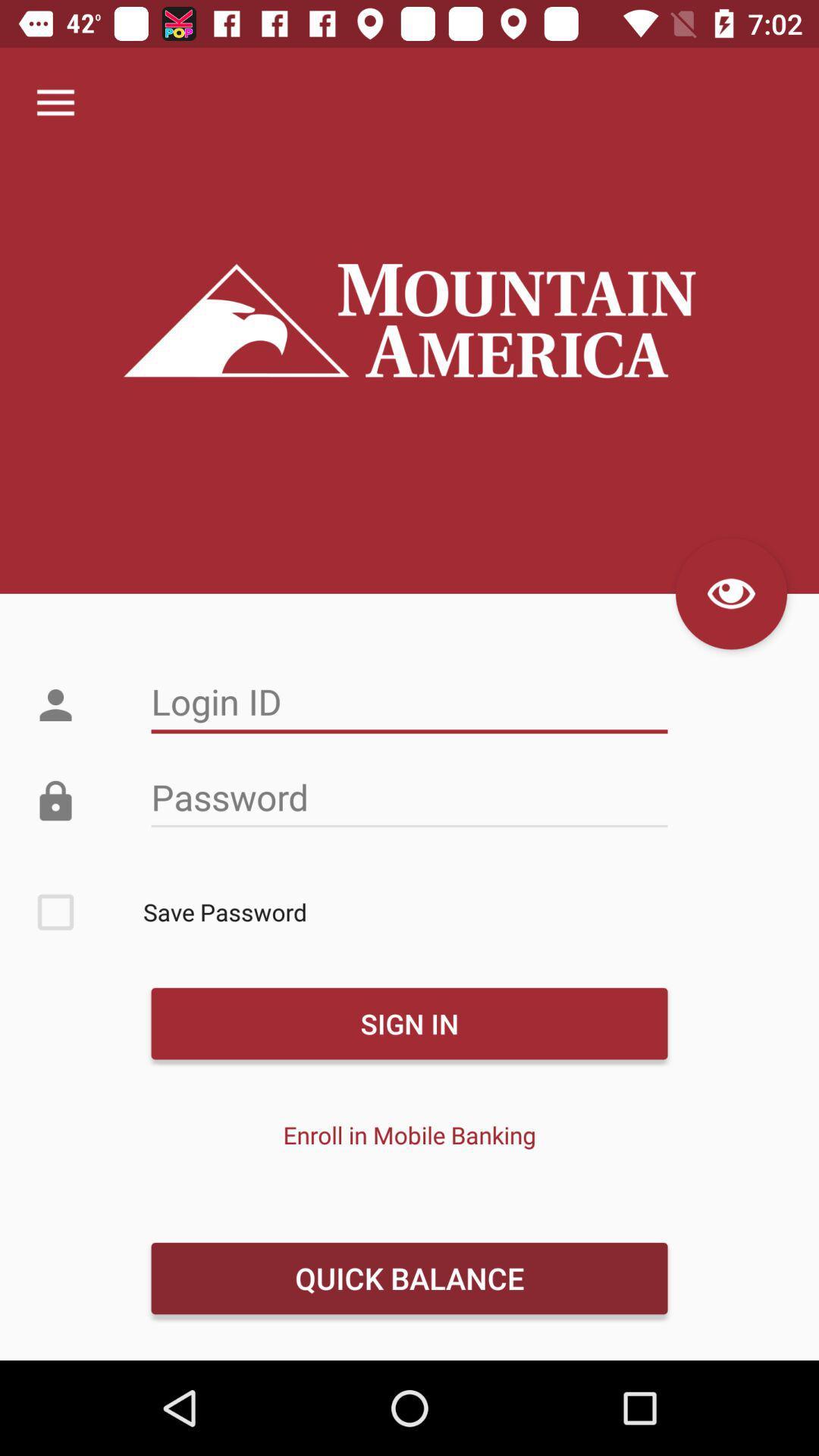 The width and height of the screenshot is (819, 1456). Describe the element at coordinates (409, 1023) in the screenshot. I see `the sign in` at that location.